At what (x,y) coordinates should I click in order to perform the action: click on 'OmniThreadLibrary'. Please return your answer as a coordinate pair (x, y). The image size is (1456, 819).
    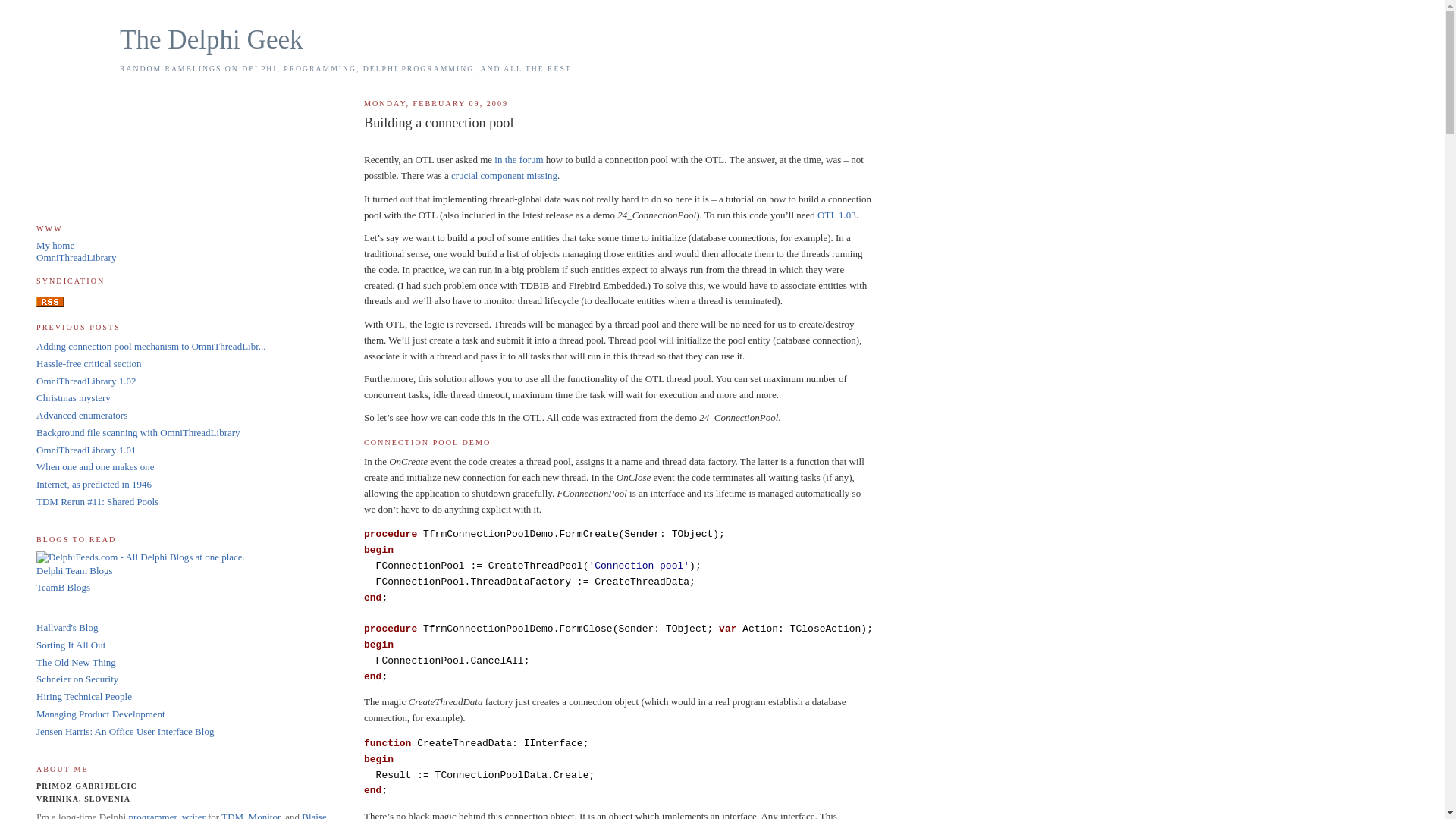
    Looking at the image, I should click on (75, 256).